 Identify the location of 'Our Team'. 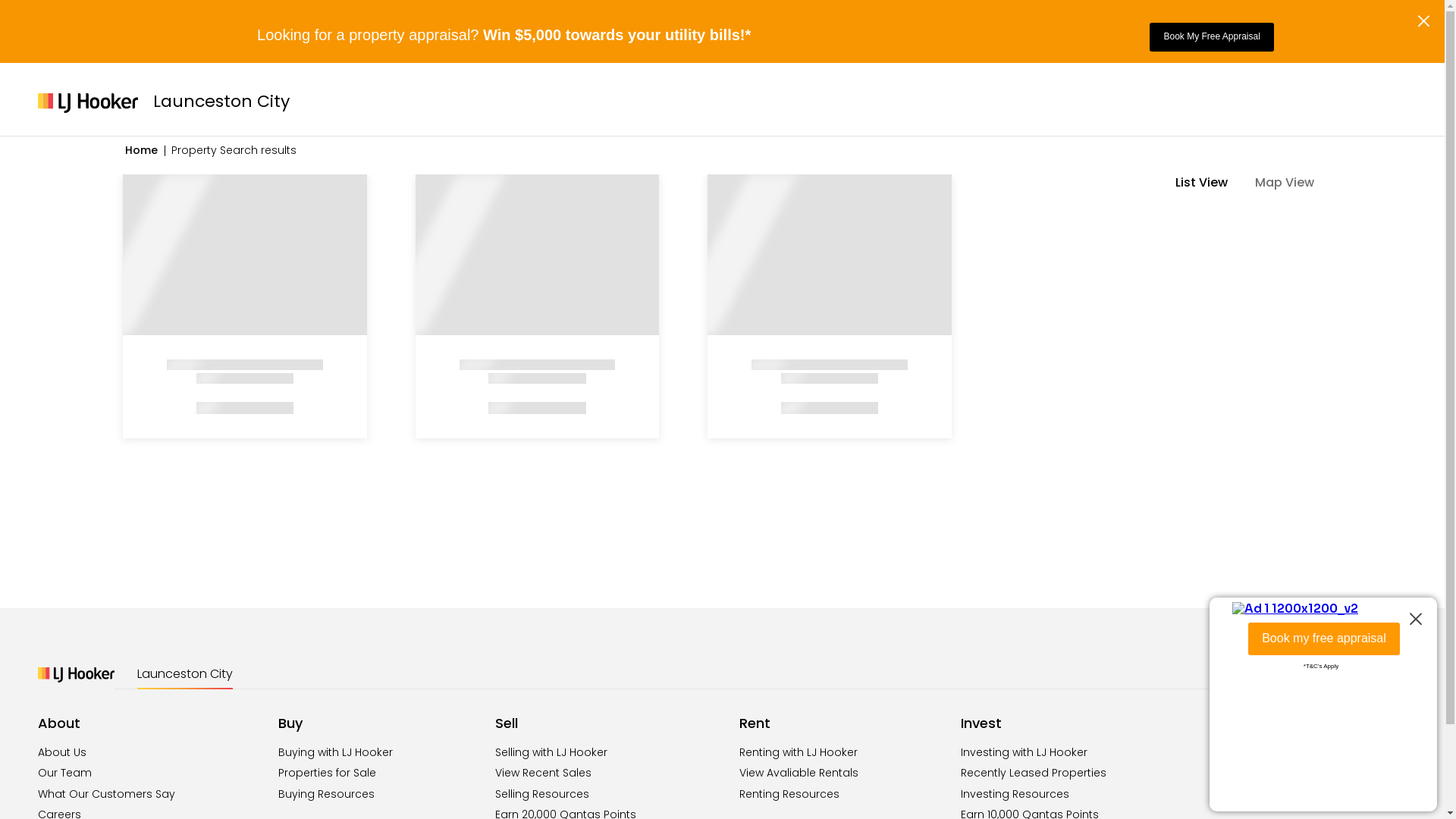
(37, 772).